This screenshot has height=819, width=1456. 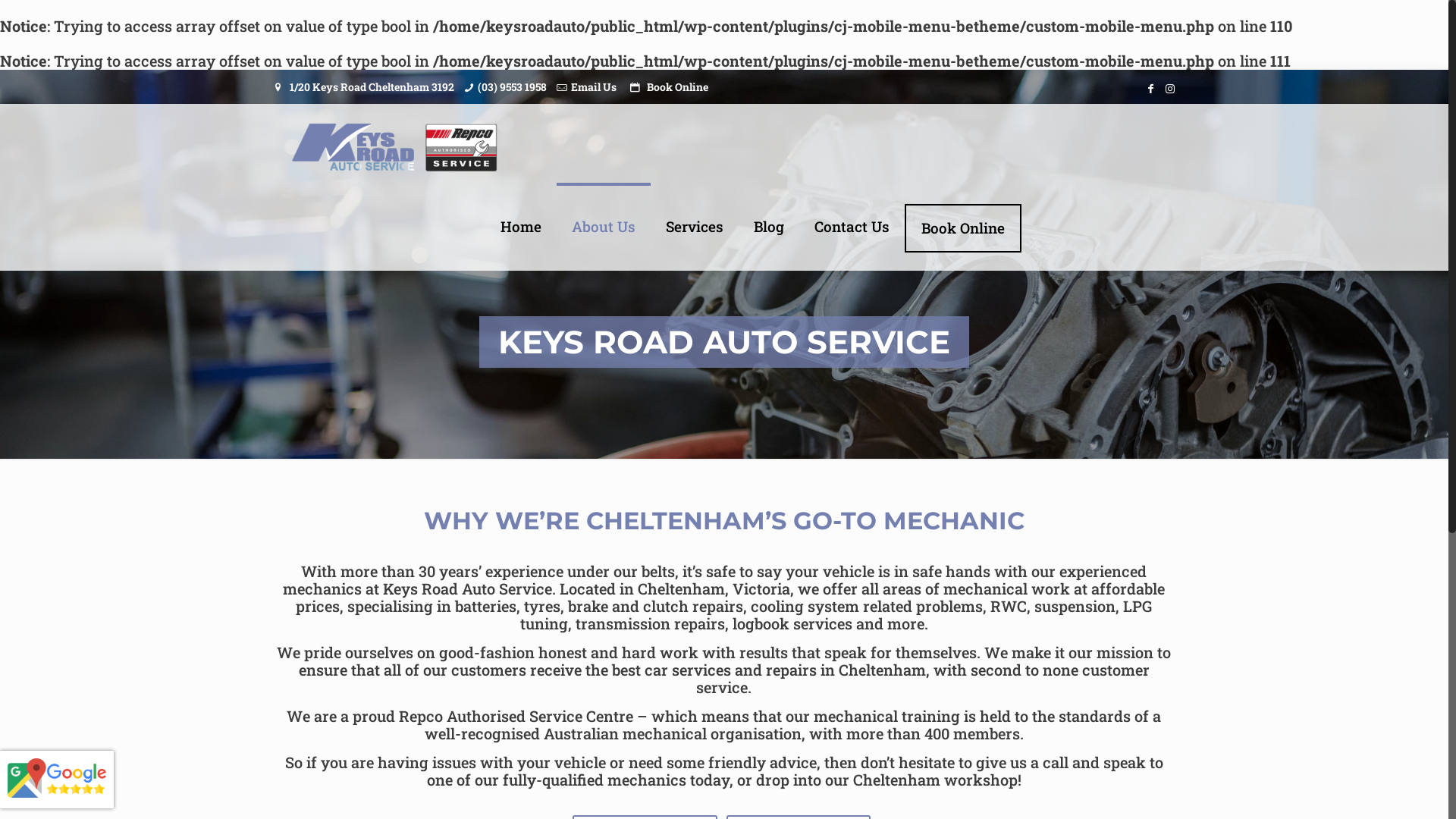 I want to click on 'Facebook', so click(x=1150, y=87).